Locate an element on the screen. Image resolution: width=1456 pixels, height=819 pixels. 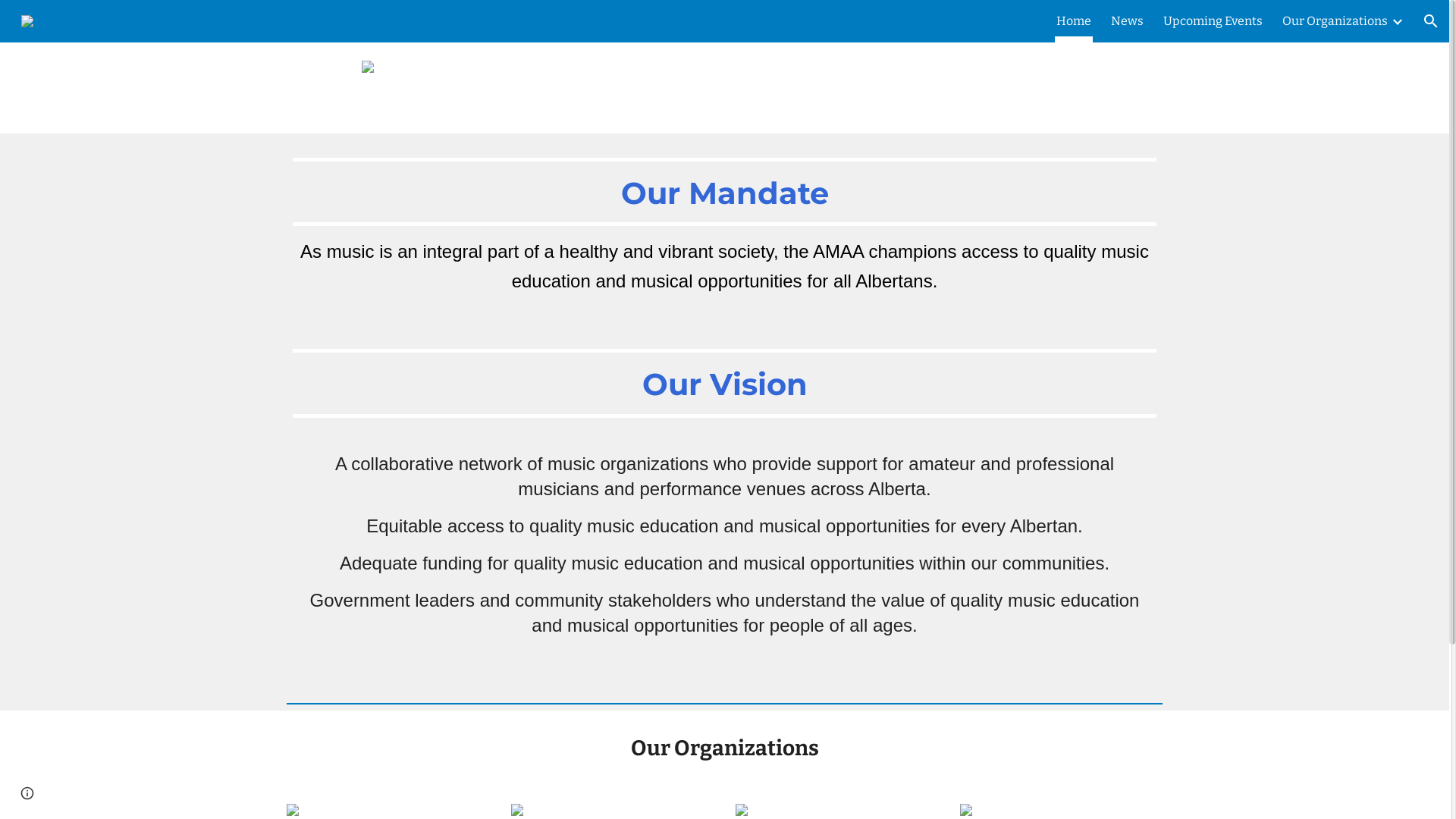
'Our Organizations' is located at coordinates (1281, 20).